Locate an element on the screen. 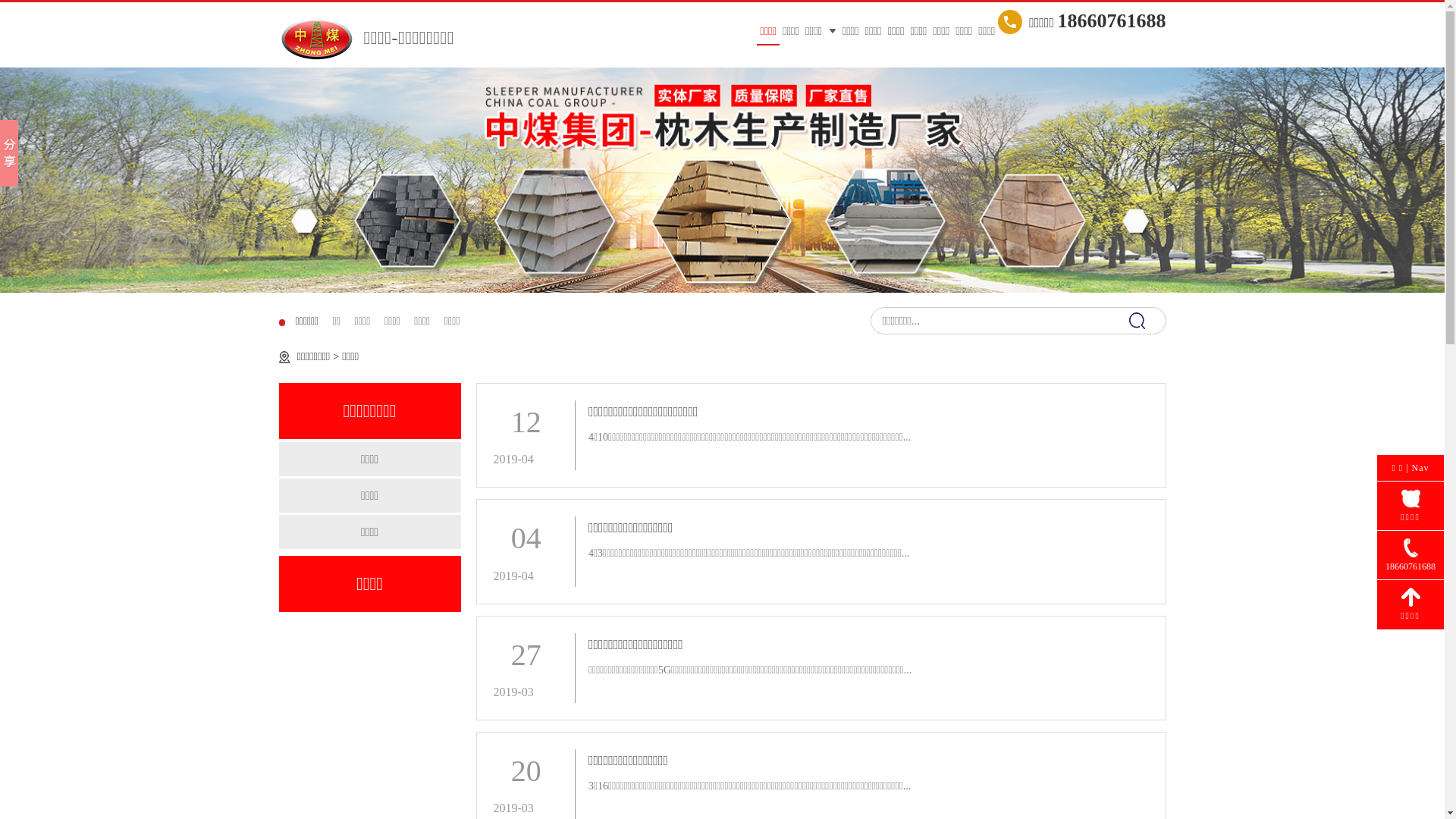  '18660761688' is located at coordinates (1410, 555).